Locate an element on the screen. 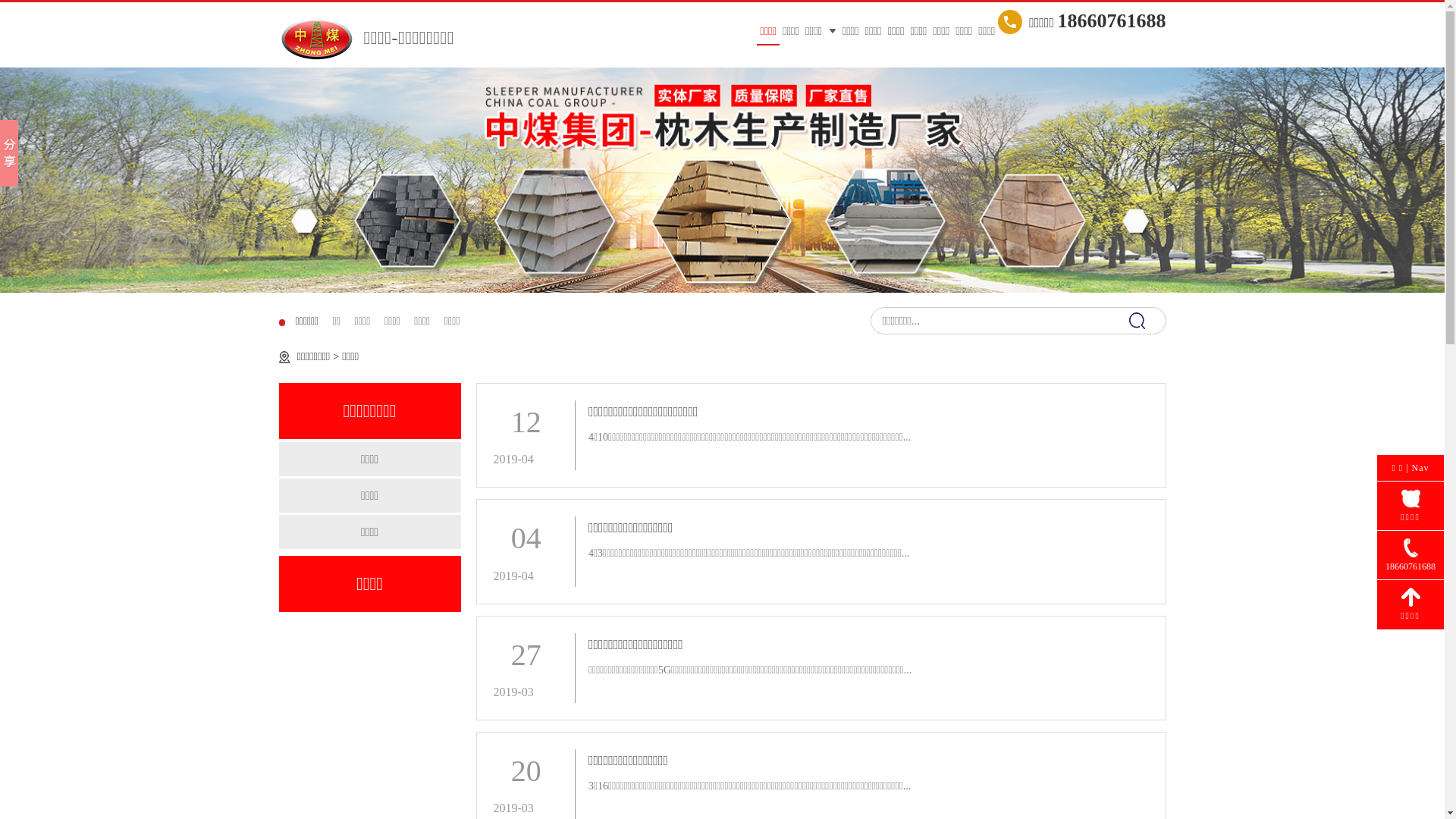  '18660761688' is located at coordinates (1410, 555).